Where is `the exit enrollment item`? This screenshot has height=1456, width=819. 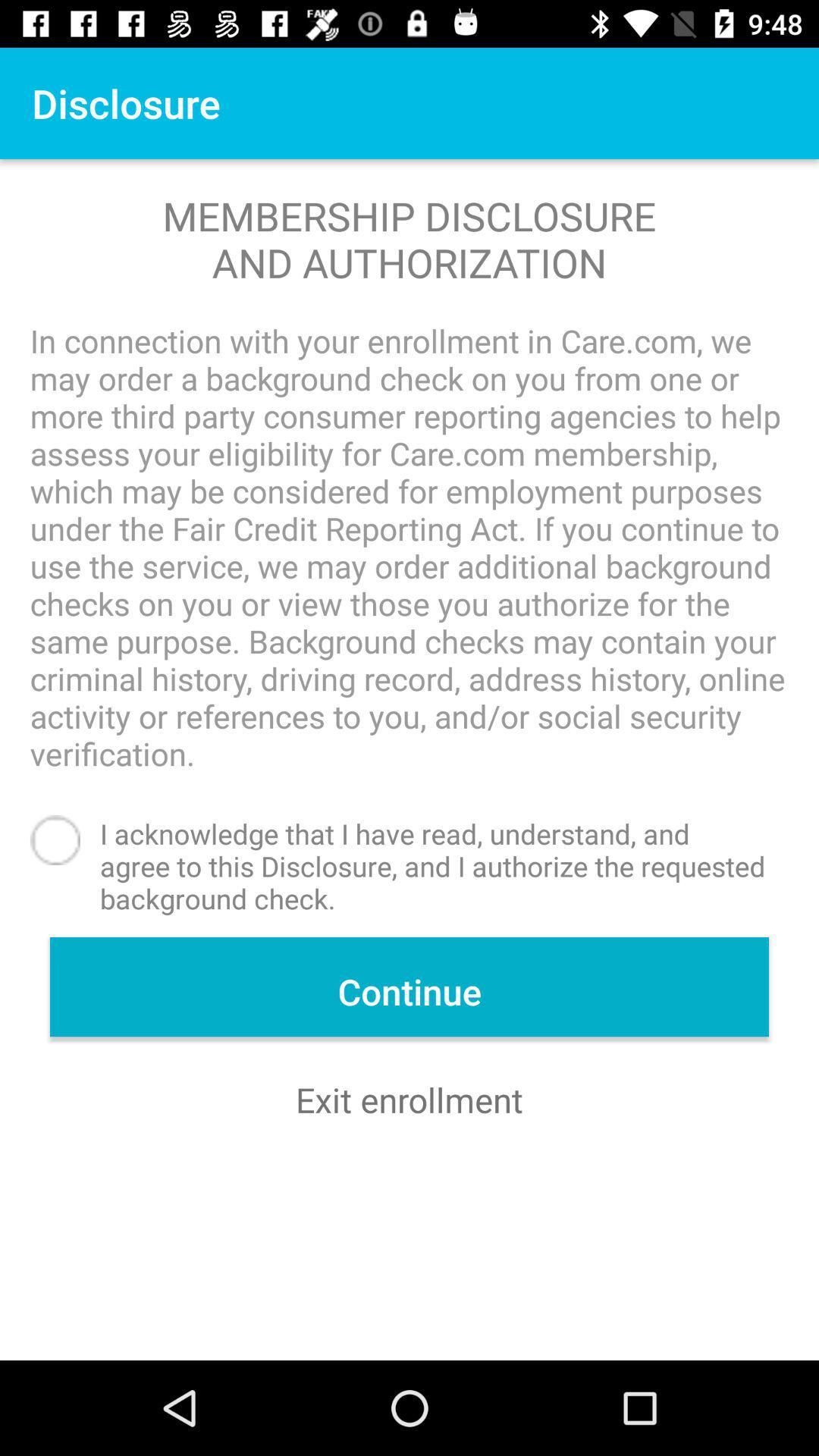
the exit enrollment item is located at coordinates (409, 1100).